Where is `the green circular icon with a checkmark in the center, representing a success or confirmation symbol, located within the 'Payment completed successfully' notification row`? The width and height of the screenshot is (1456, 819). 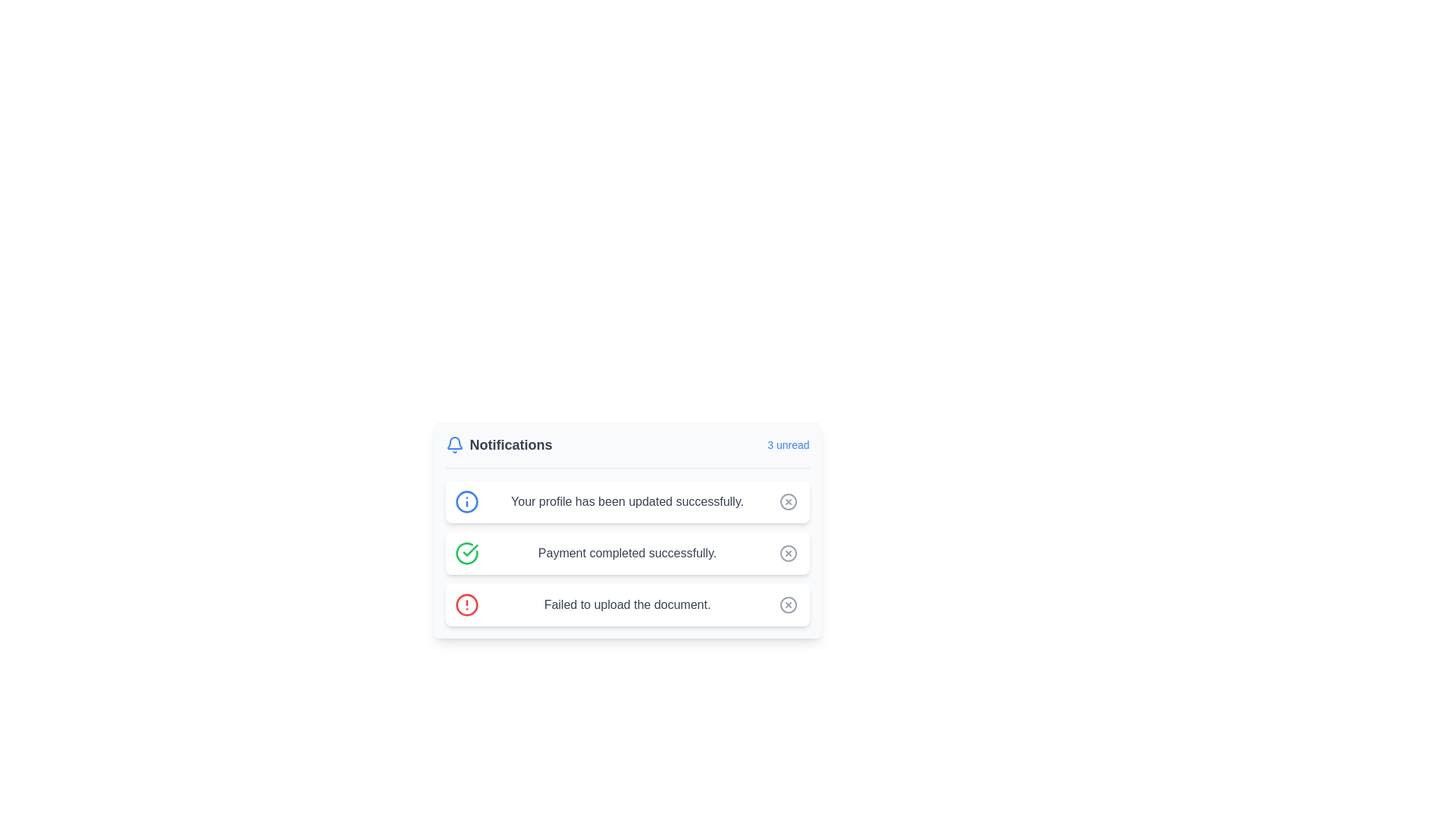 the green circular icon with a checkmark in the center, representing a success or confirmation symbol, located within the 'Payment completed successfully' notification row is located at coordinates (466, 553).